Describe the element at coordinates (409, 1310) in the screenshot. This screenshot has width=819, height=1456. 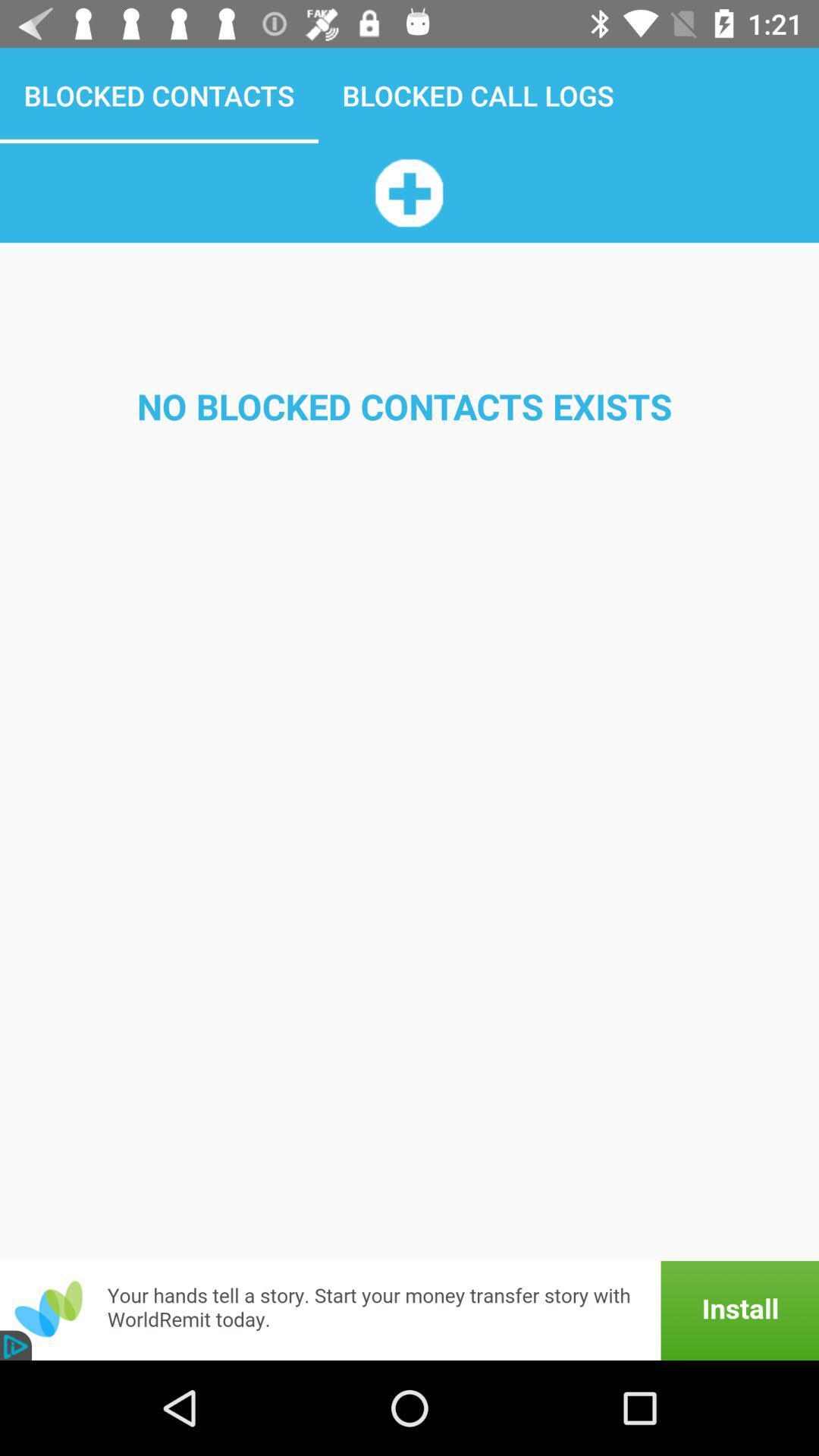
I see `app installation` at that location.